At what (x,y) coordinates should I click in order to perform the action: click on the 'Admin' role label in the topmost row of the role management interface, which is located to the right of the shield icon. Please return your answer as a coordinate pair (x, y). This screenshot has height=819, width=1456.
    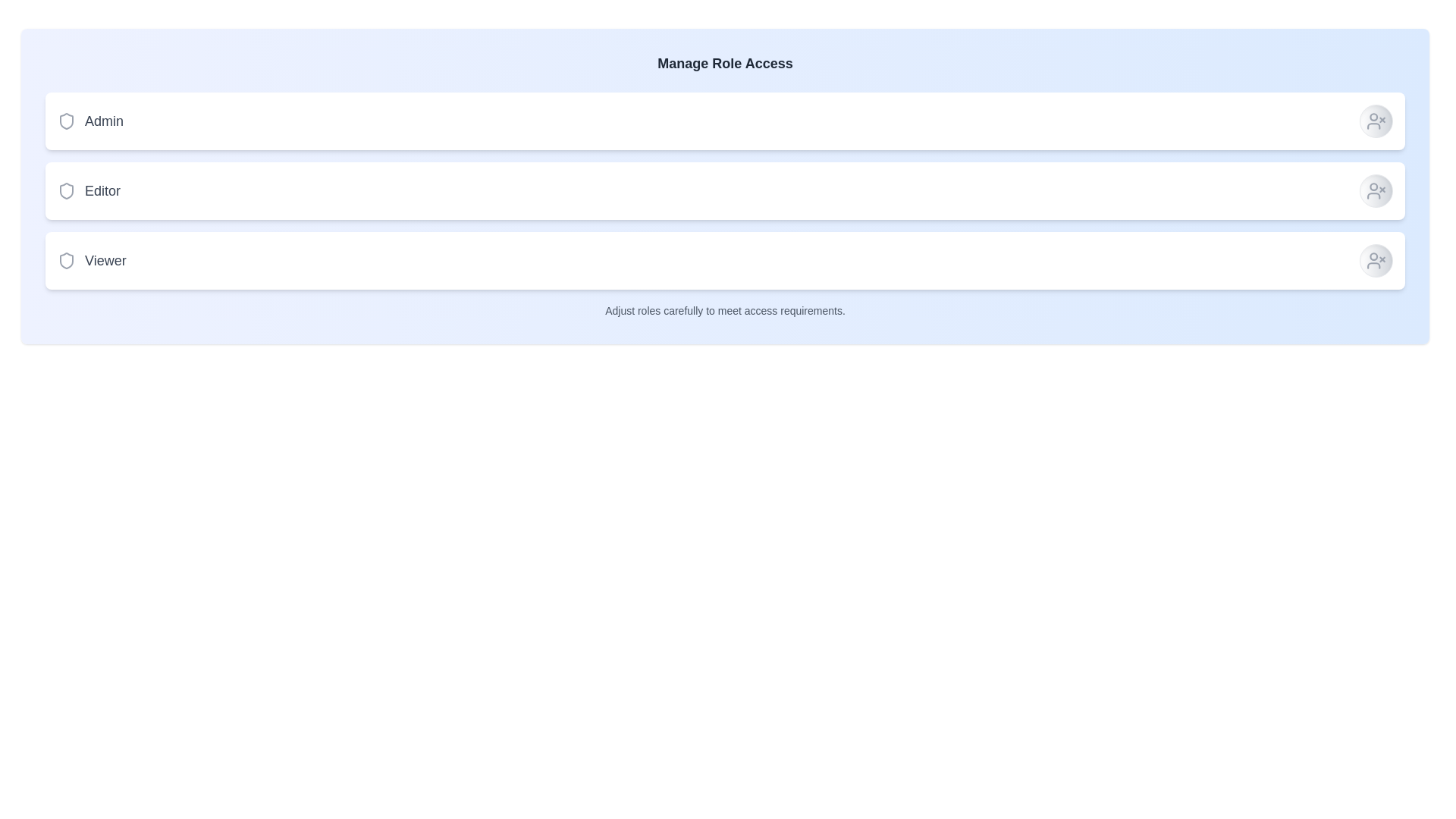
    Looking at the image, I should click on (89, 120).